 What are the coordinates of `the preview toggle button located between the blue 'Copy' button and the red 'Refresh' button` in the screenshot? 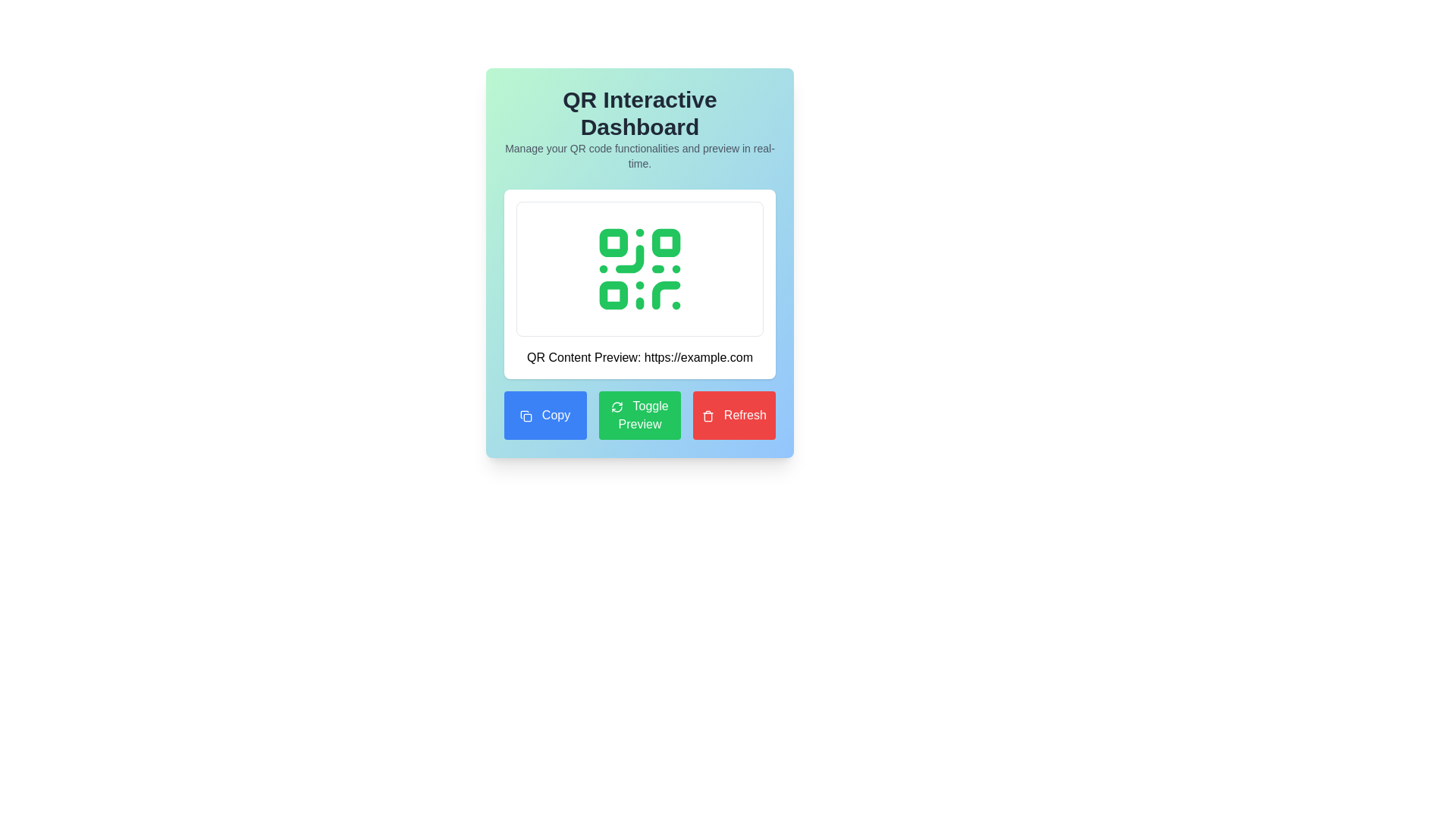 It's located at (640, 415).